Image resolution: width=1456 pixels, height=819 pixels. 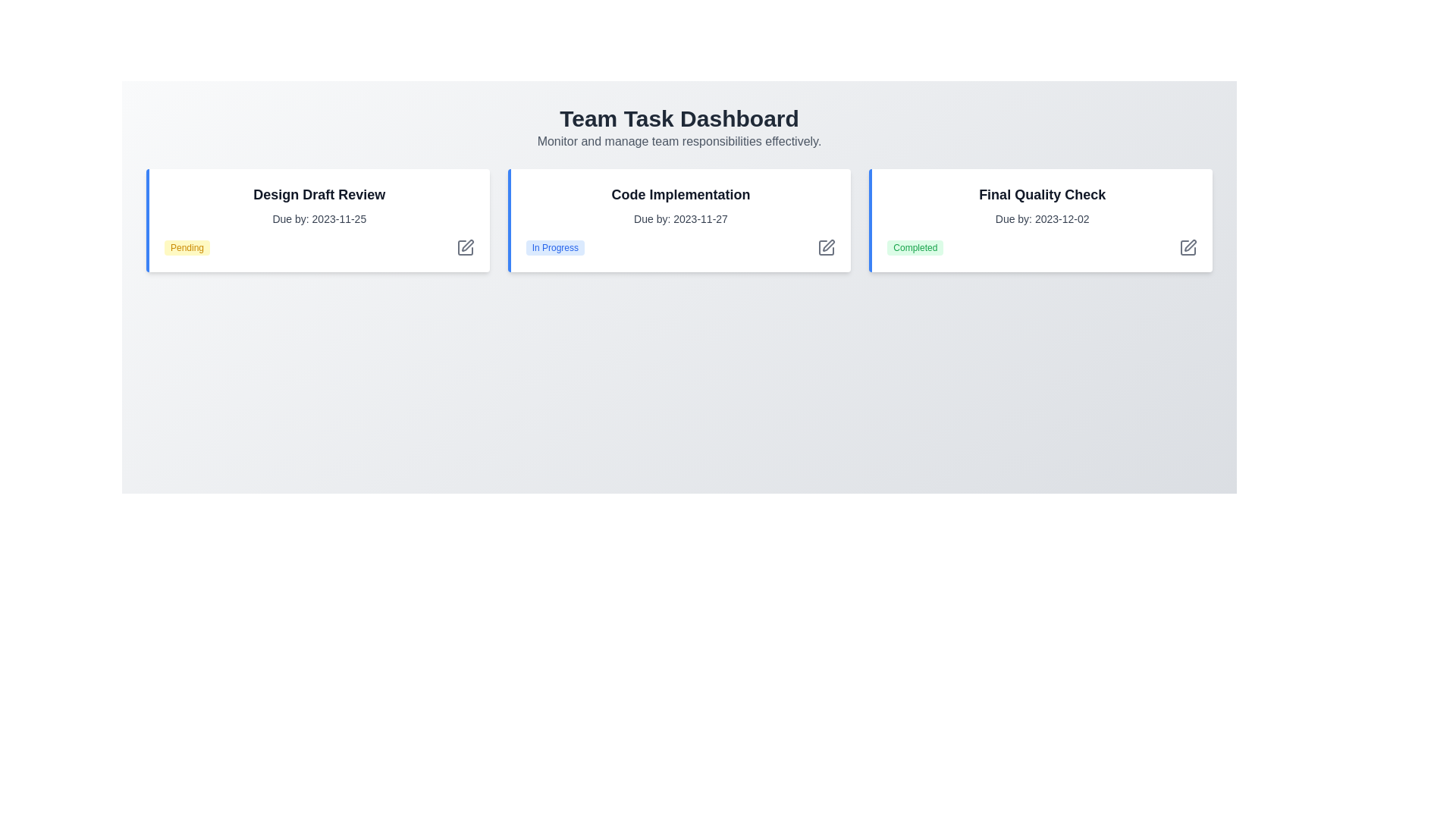 I want to click on the header or title block at the top of the page, which serves as the title and description of the page, so click(x=679, y=127).